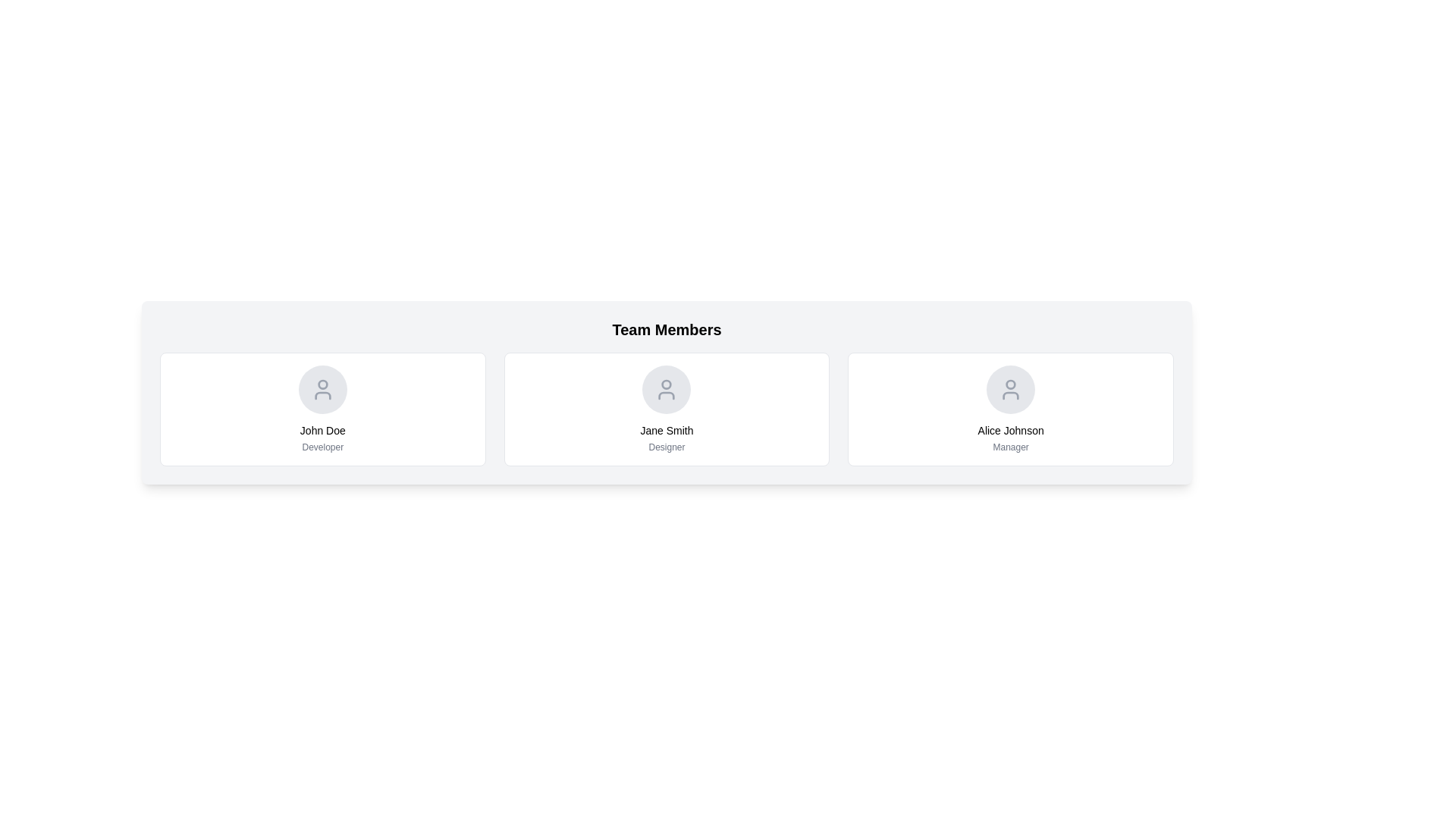 The width and height of the screenshot is (1456, 819). What do you see at coordinates (667, 430) in the screenshot?
I see `name 'Jane Smith' displayed in bold text, positioned in the middle of the second card among three cards in the central column under 'Team Members'` at bounding box center [667, 430].